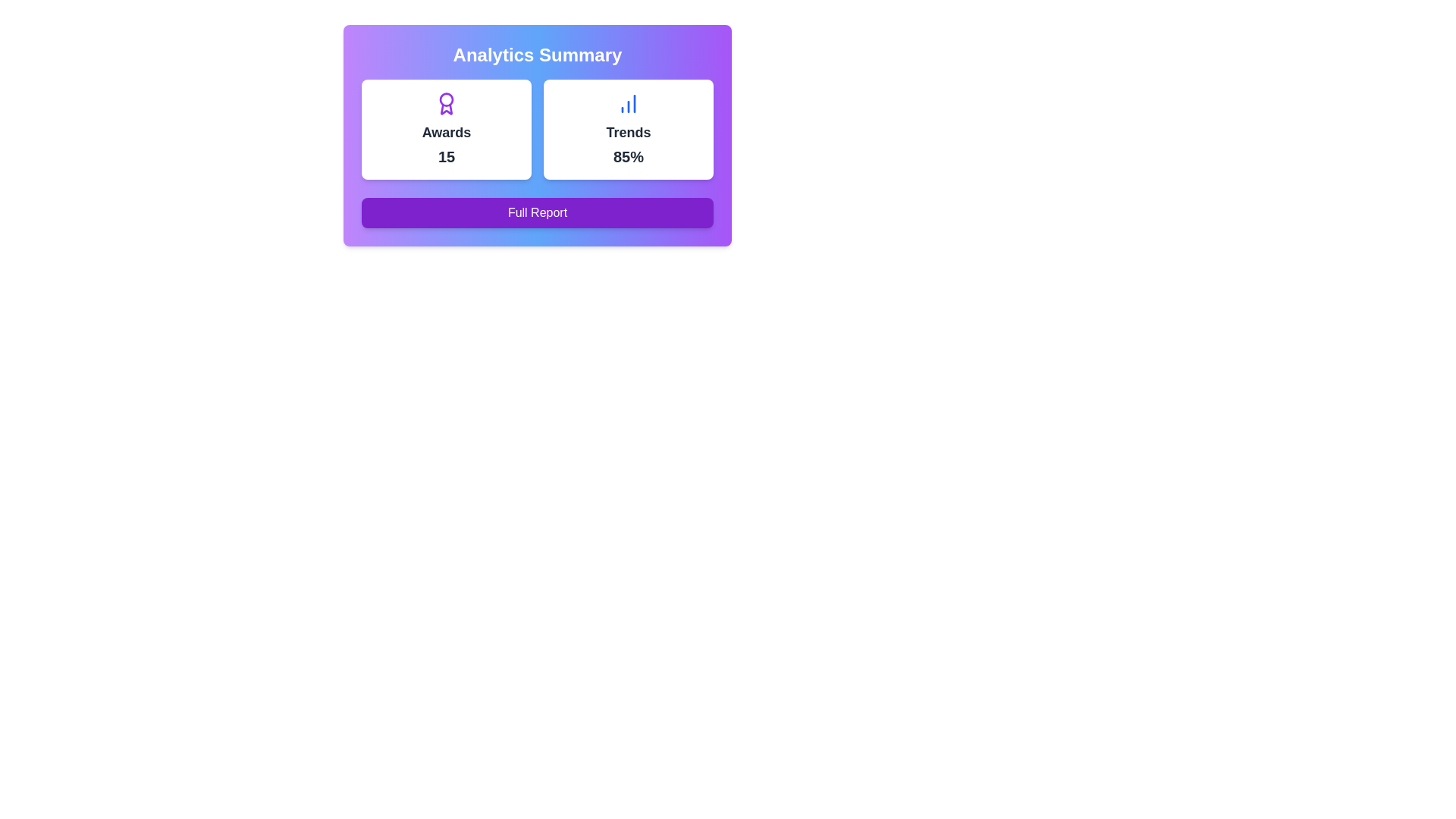 The width and height of the screenshot is (1456, 819). Describe the element at coordinates (629, 103) in the screenshot. I see `the graphical icon that represents data trends in the 'Trends' box of the 'Analytics Summary' card, located just above the numerical text ('85%')` at that location.